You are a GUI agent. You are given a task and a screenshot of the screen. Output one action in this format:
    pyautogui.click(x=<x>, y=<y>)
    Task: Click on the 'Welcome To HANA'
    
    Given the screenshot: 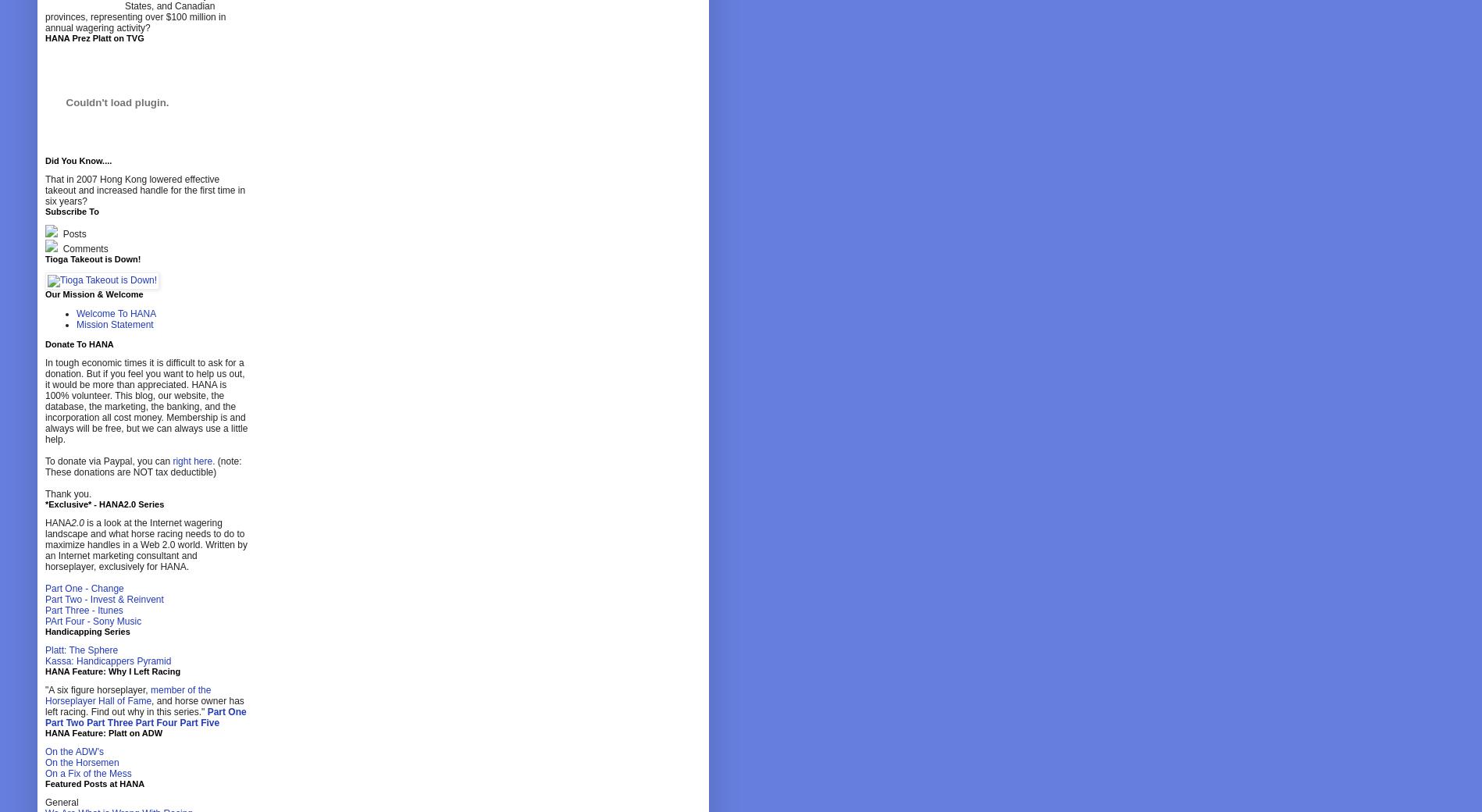 What is the action you would take?
    pyautogui.click(x=116, y=313)
    